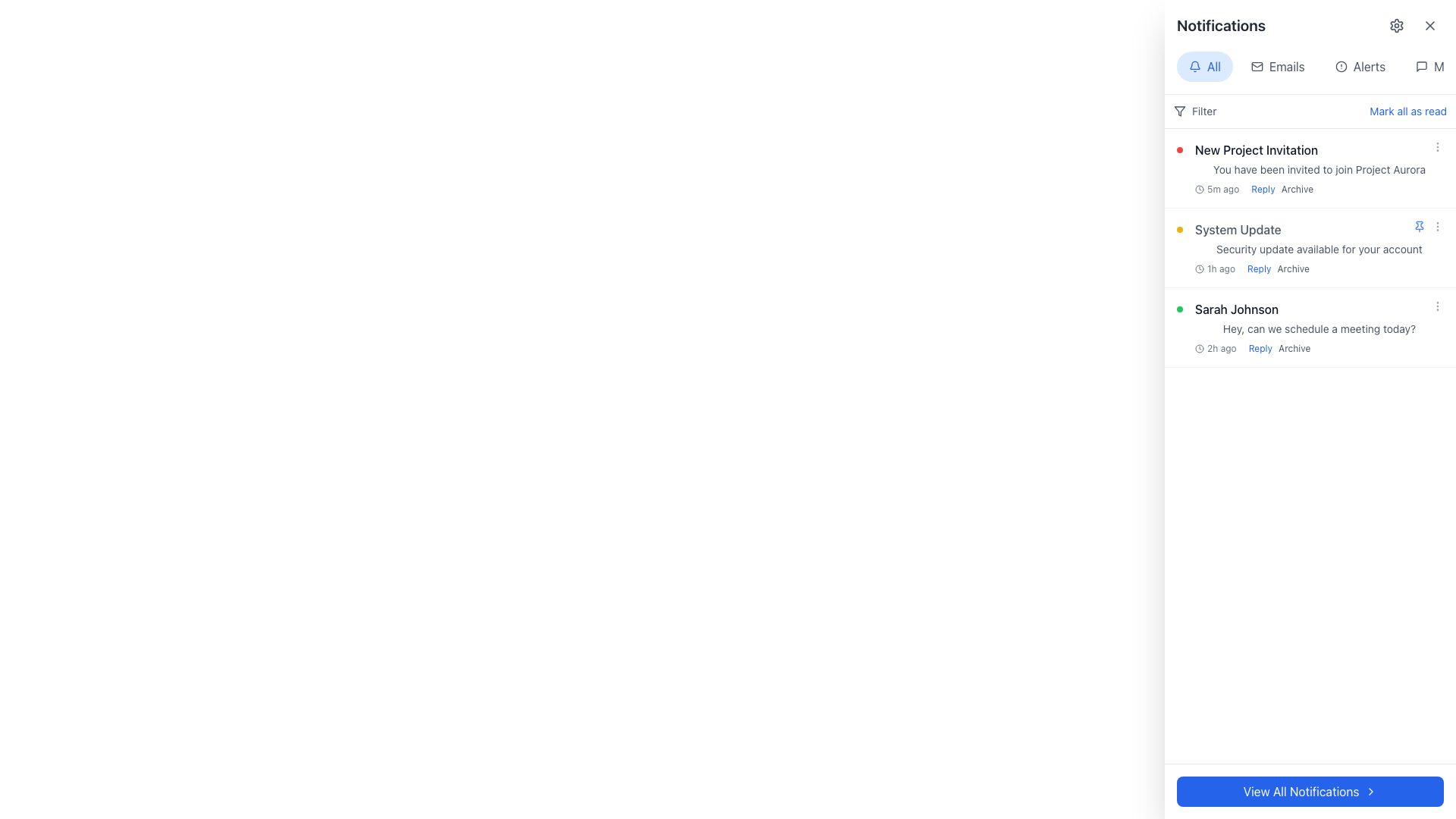 The width and height of the screenshot is (1456, 819). What do you see at coordinates (1286, 66) in the screenshot?
I see `the 'Emails' text label in the notification area` at bounding box center [1286, 66].